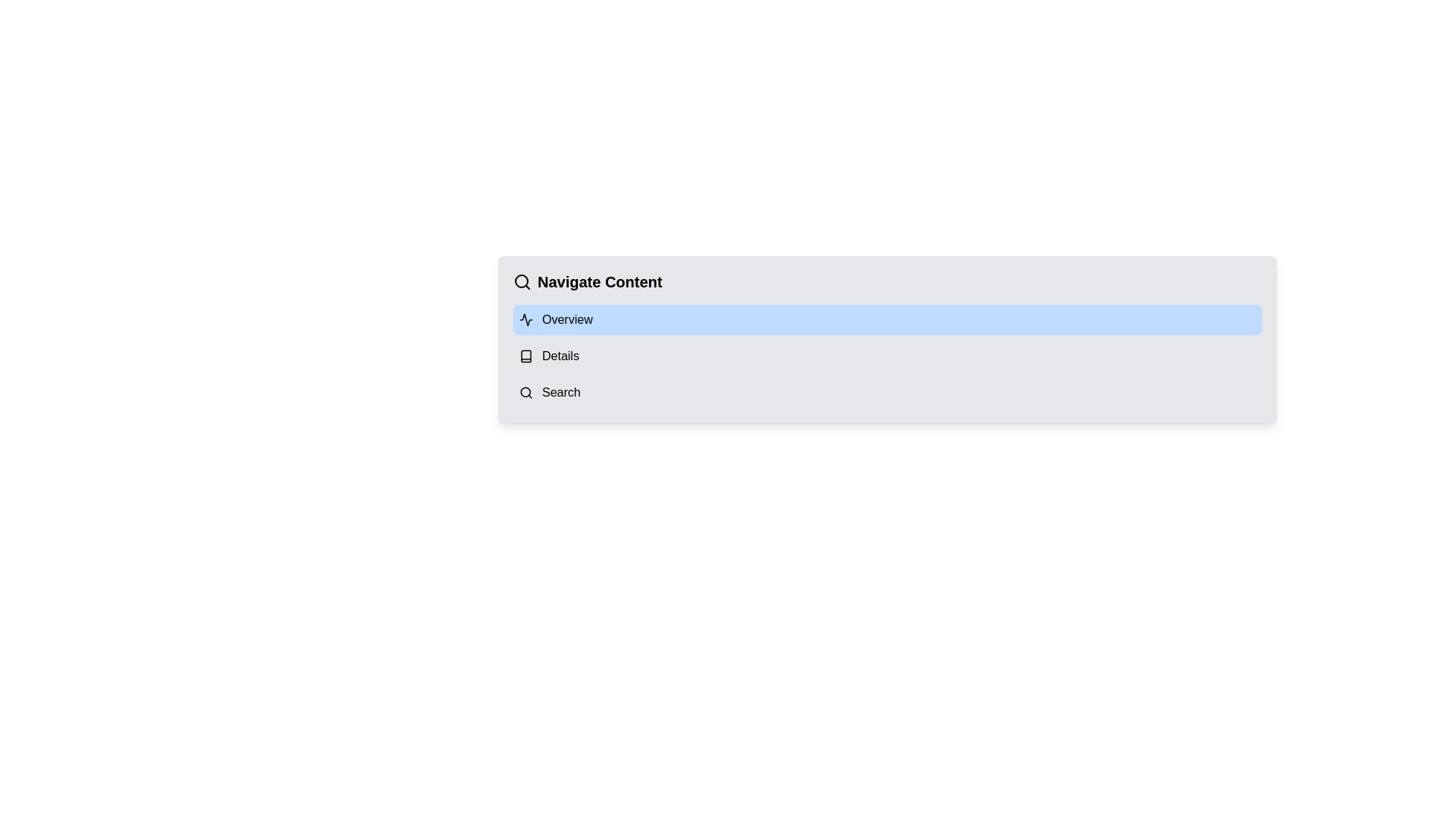 The width and height of the screenshot is (1456, 819). I want to click on the icon located to the left of the 'Details' text label in the navigation menu, which visually represents the nature of the listed item, so click(526, 356).